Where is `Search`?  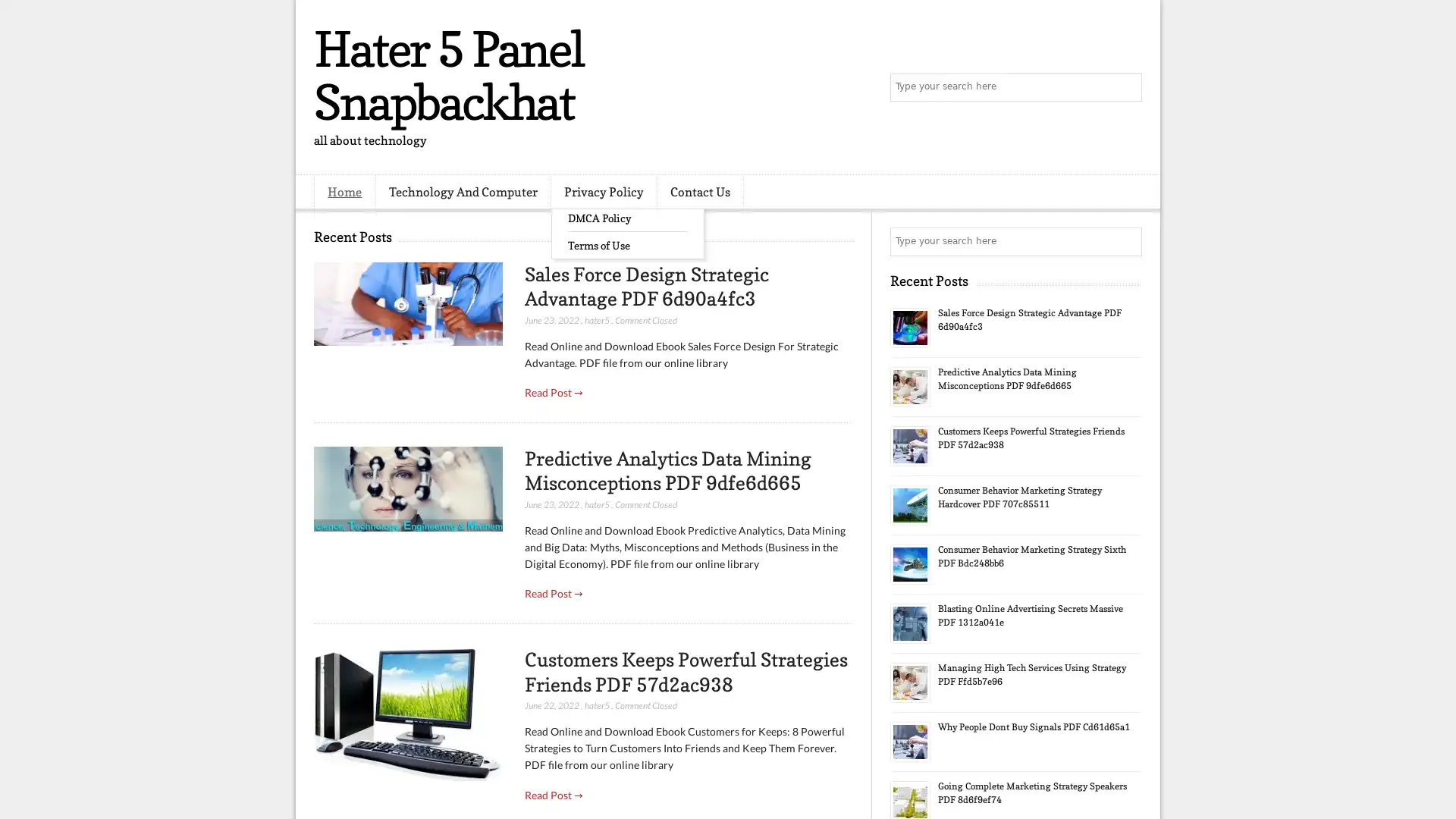
Search is located at coordinates (1126, 87).